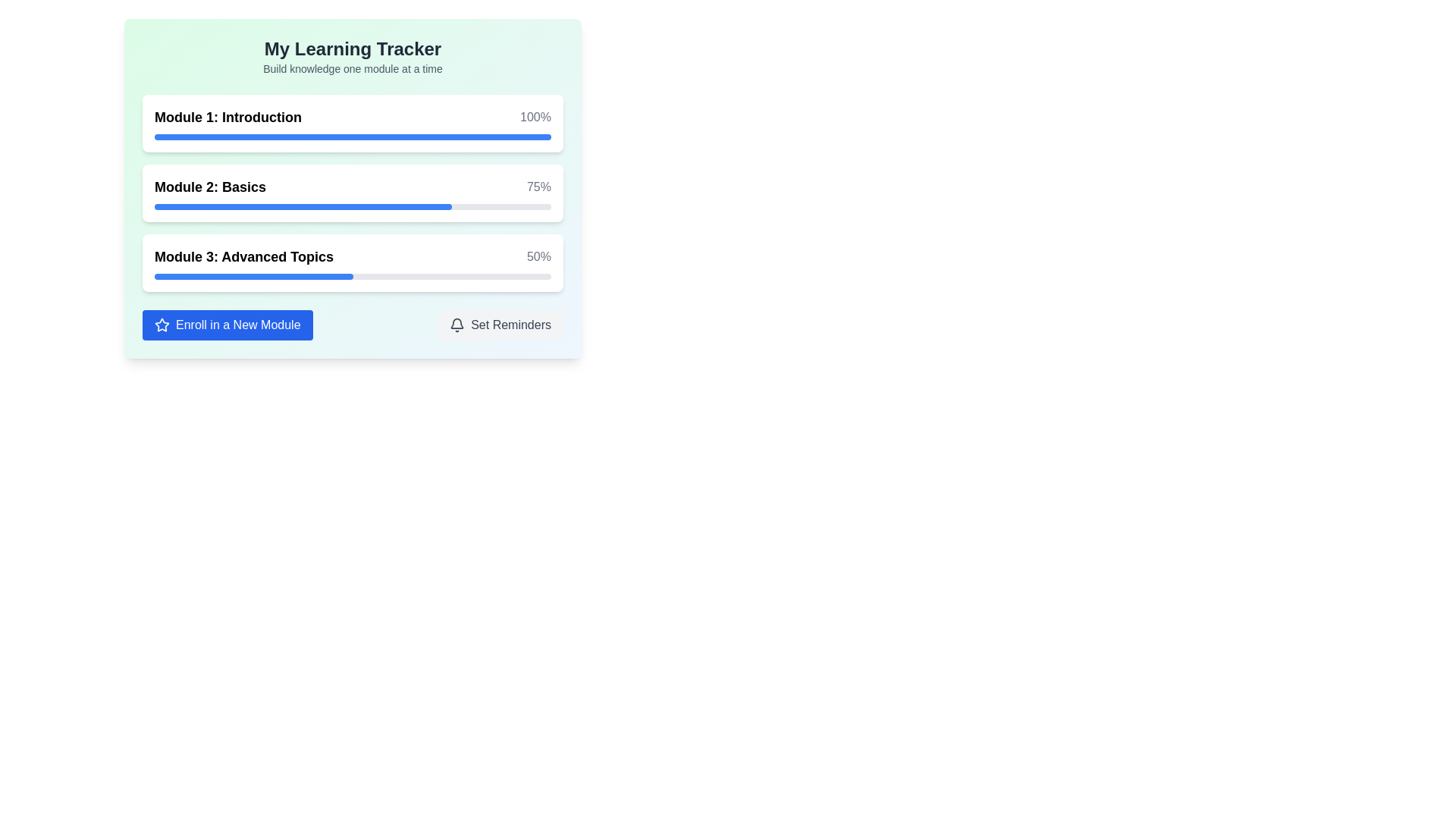  Describe the element at coordinates (162, 324) in the screenshot. I see `the star-shaped icon with a blue outline and white fill, located in the bottom-left region of the card next to the 'Enroll in a New Module' button` at that location.